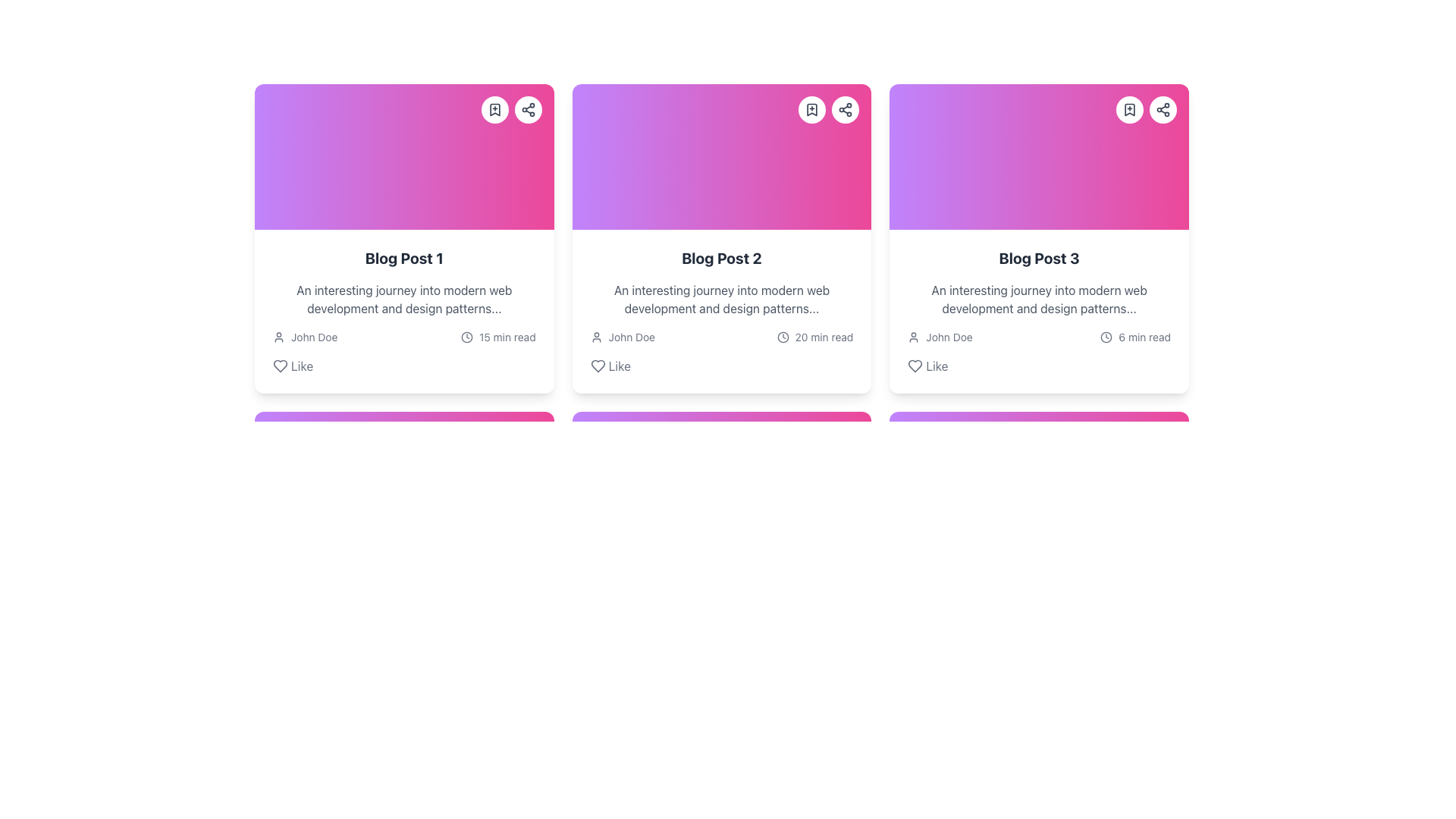 This screenshot has height=819, width=1456. I want to click on the circular share button with a white background and a border located in the top-right corner of the first blog post card, so click(528, 109).